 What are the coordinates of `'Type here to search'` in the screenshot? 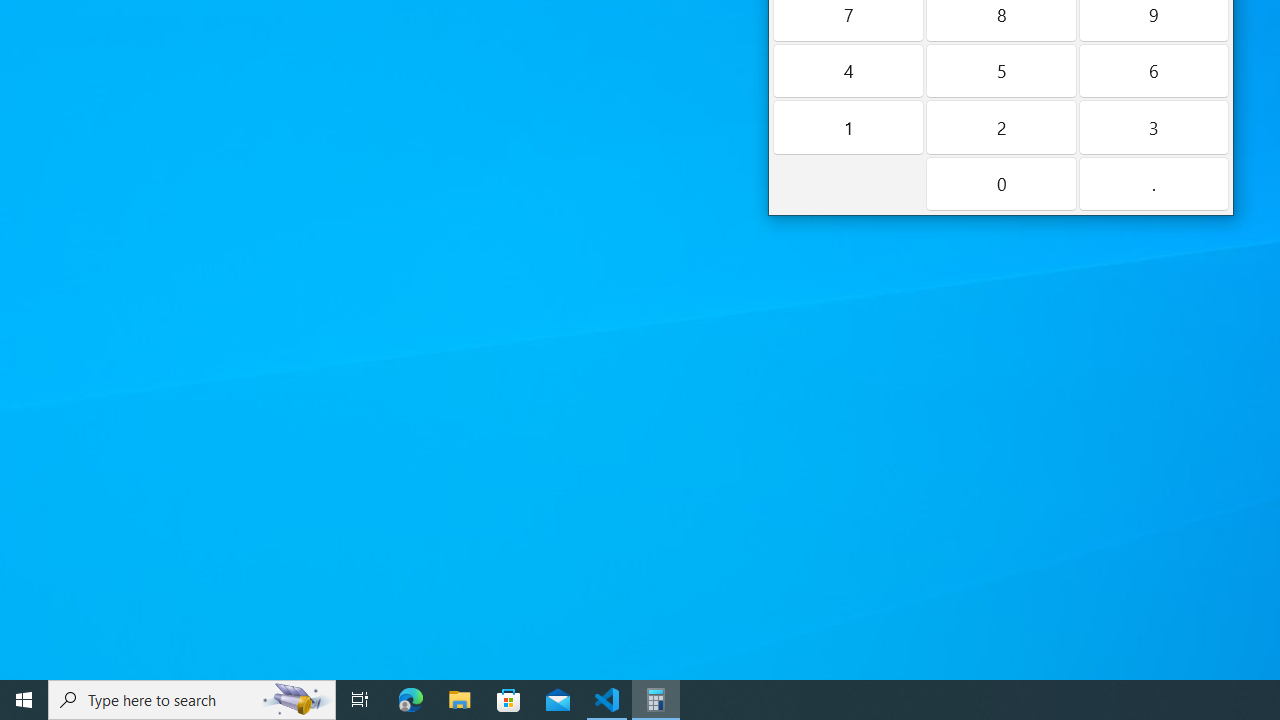 It's located at (192, 698).